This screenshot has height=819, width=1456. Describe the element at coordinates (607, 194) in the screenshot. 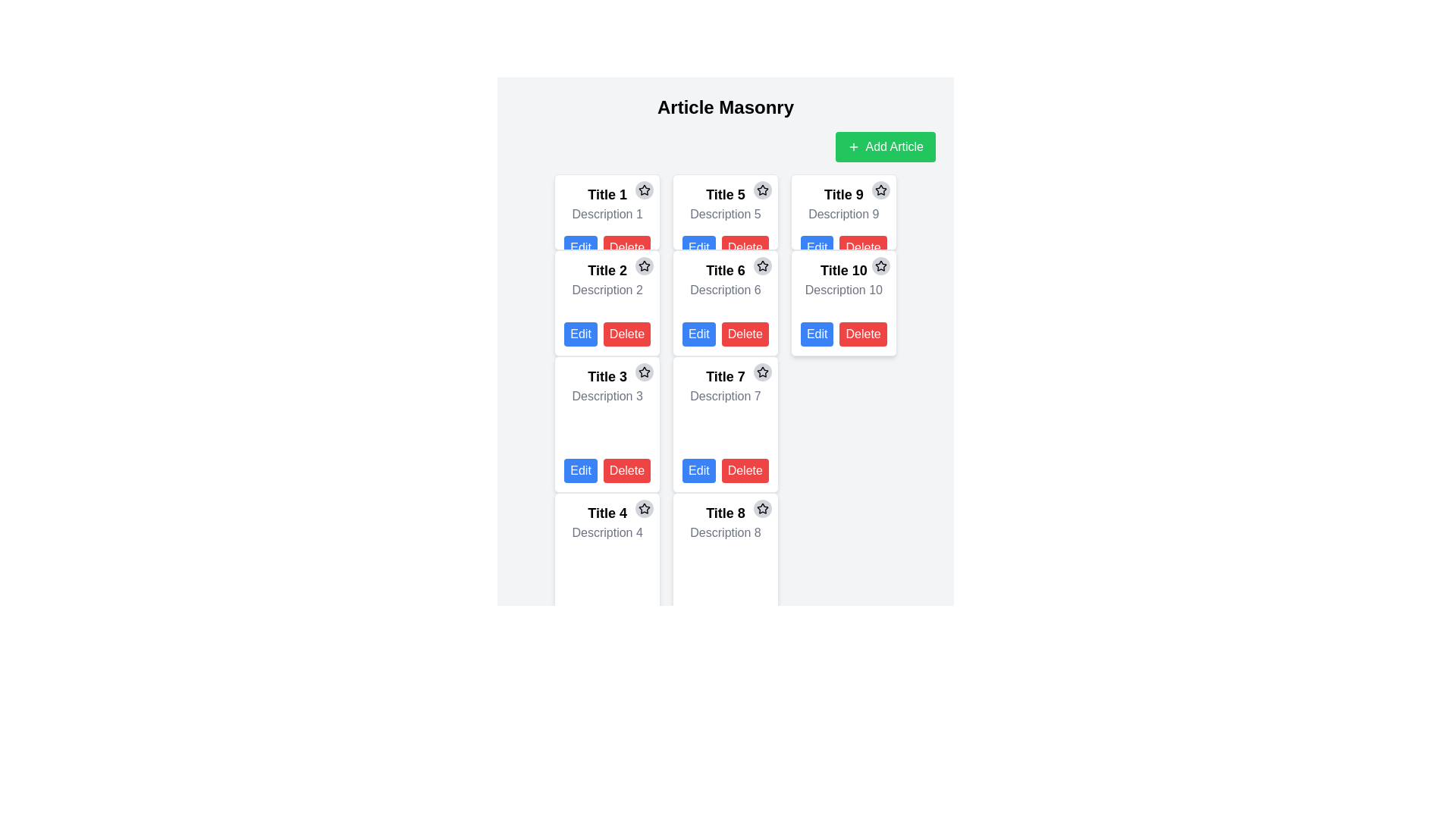

I see `the bold text label reading 'Title 1' located at the top of the card layout in the top-left corner of the grid` at that location.